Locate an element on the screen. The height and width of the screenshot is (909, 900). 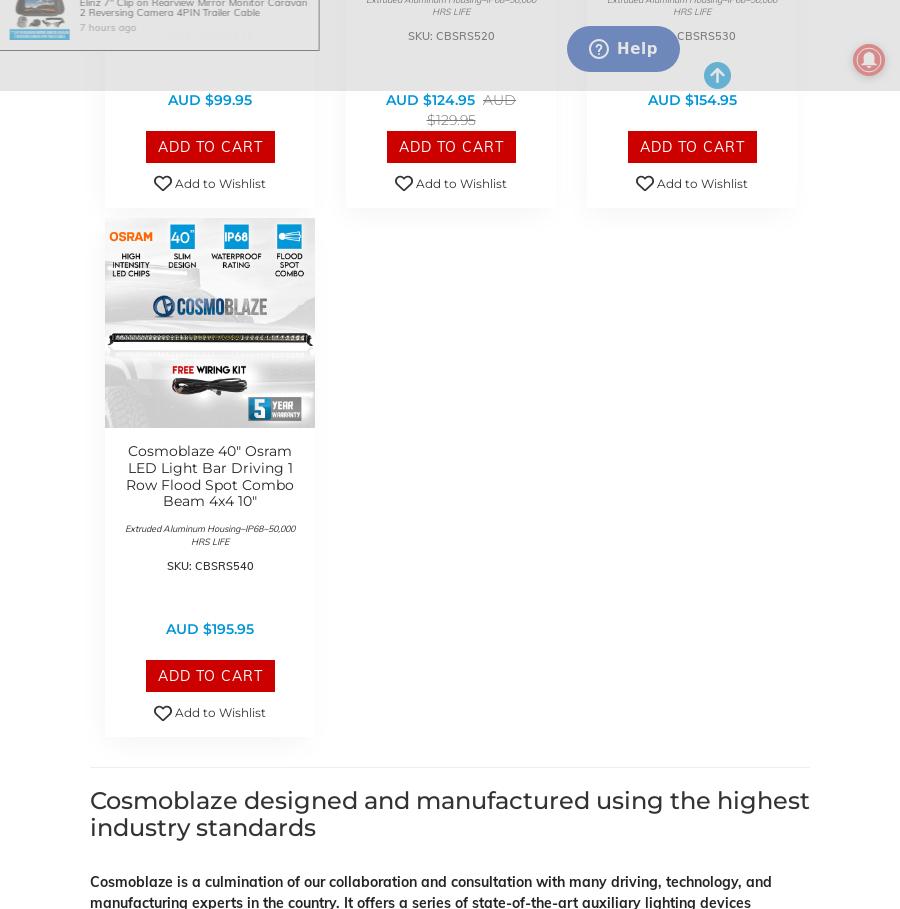
'SKU: CBSRS510' is located at coordinates (209, 34).